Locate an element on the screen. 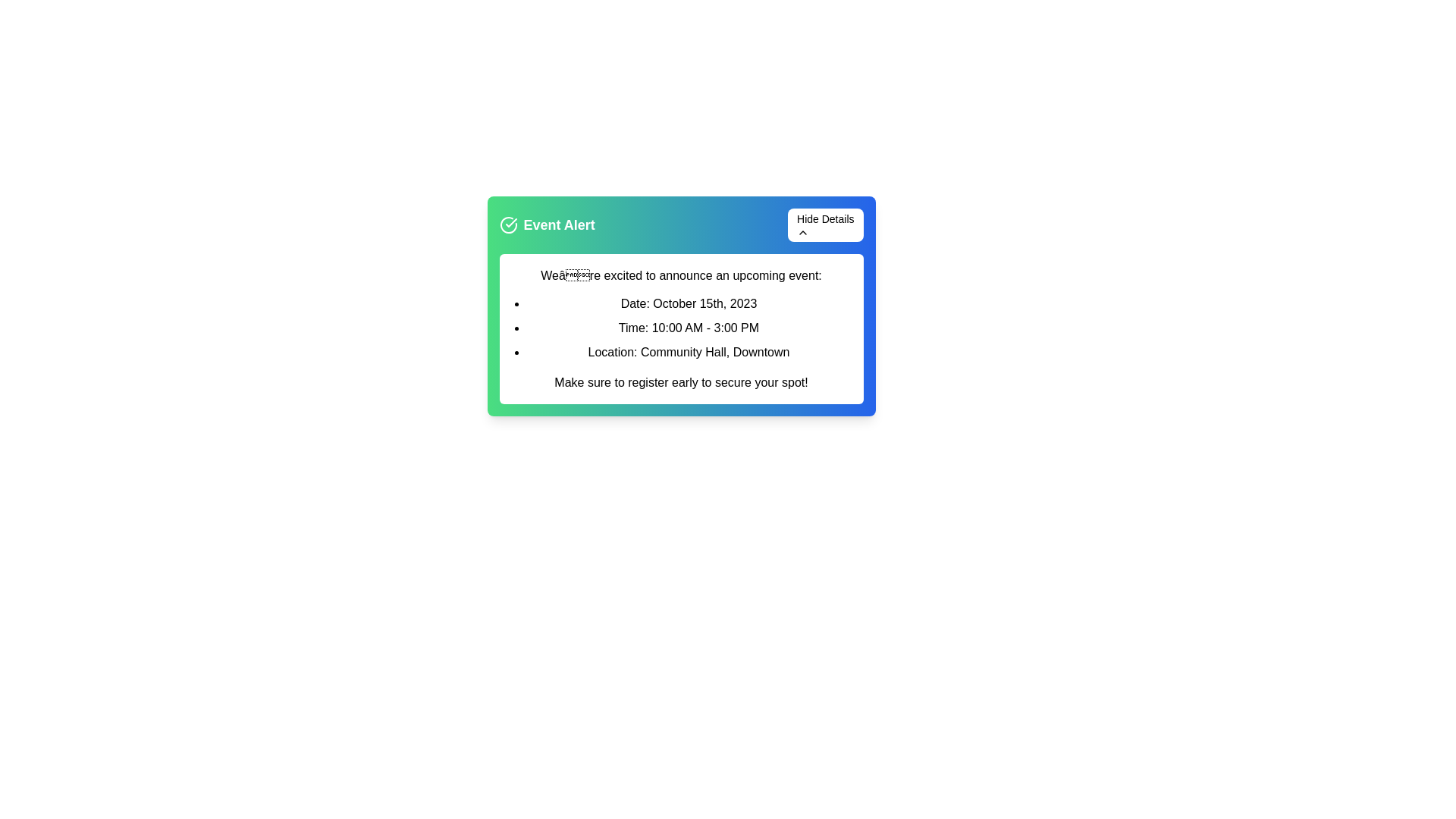 The width and height of the screenshot is (1456, 819). the header text 'Event Alert' is located at coordinates (546, 225).